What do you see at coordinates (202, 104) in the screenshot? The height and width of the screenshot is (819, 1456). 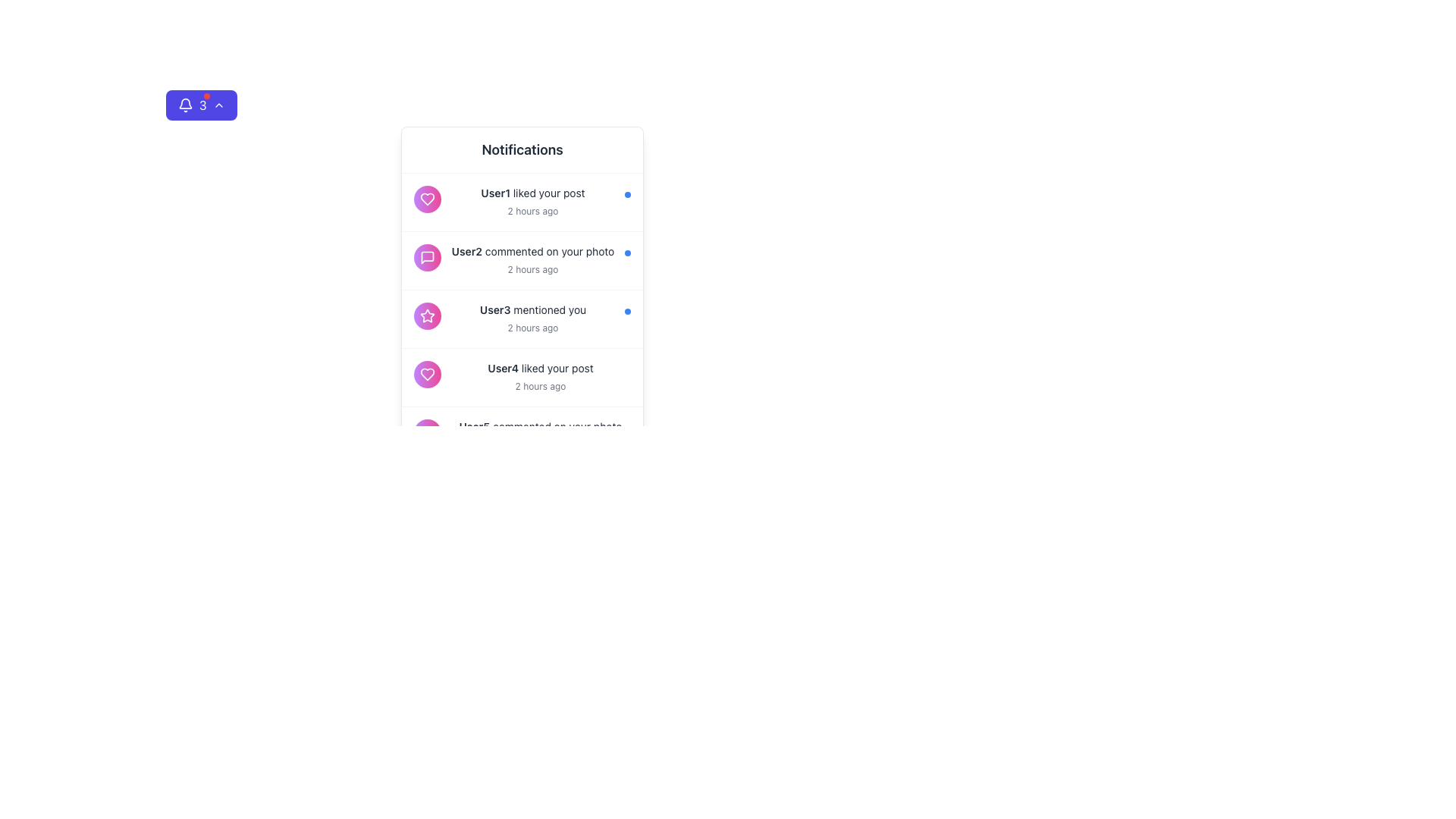 I see `the text label displaying the notification count ('3') alongside the word 'Notifications' within the purple notification button located in the top-left segment of the interface` at bounding box center [202, 104].